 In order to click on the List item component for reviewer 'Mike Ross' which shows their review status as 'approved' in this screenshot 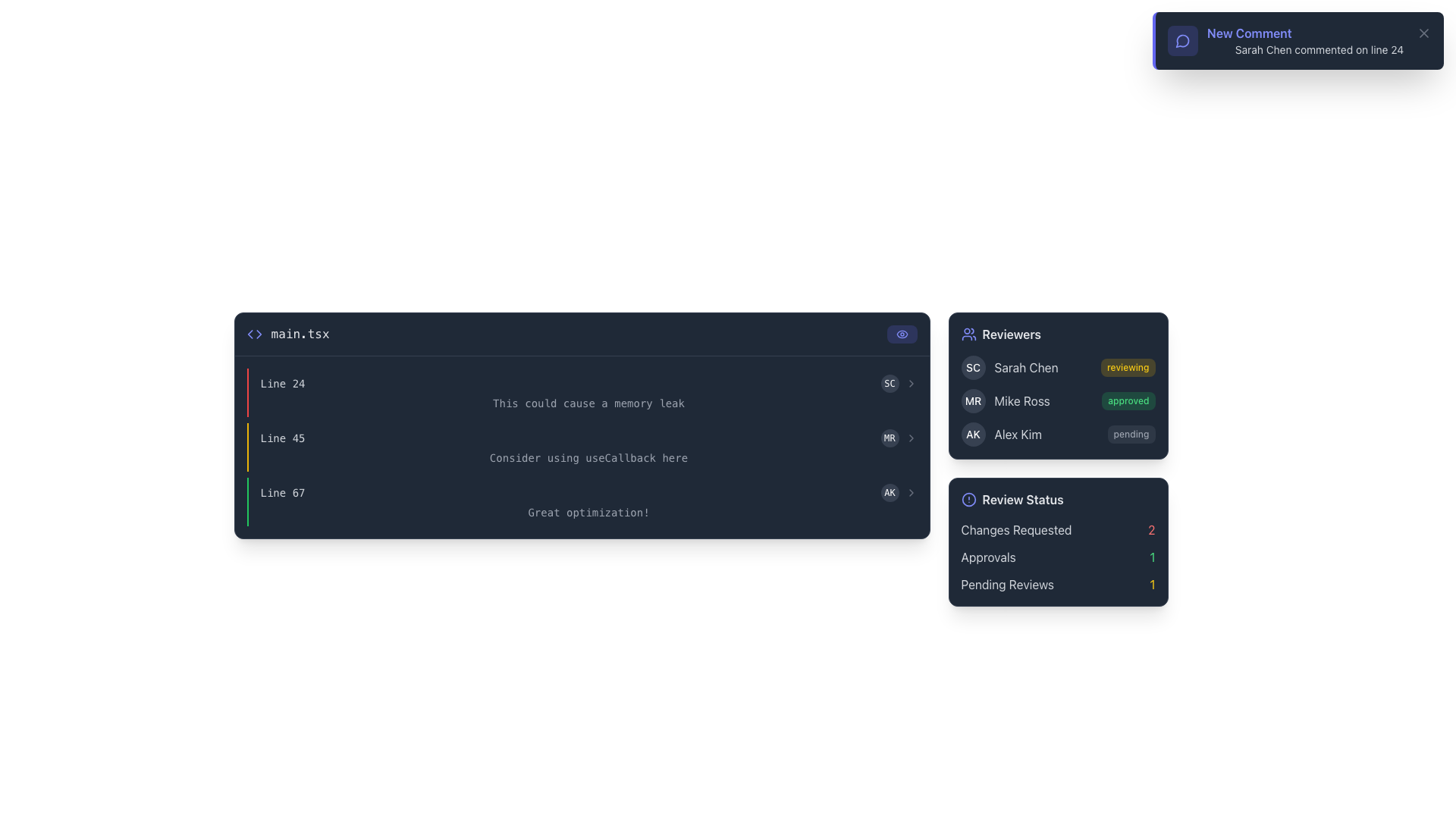, I will do `click(1006, 400)`.